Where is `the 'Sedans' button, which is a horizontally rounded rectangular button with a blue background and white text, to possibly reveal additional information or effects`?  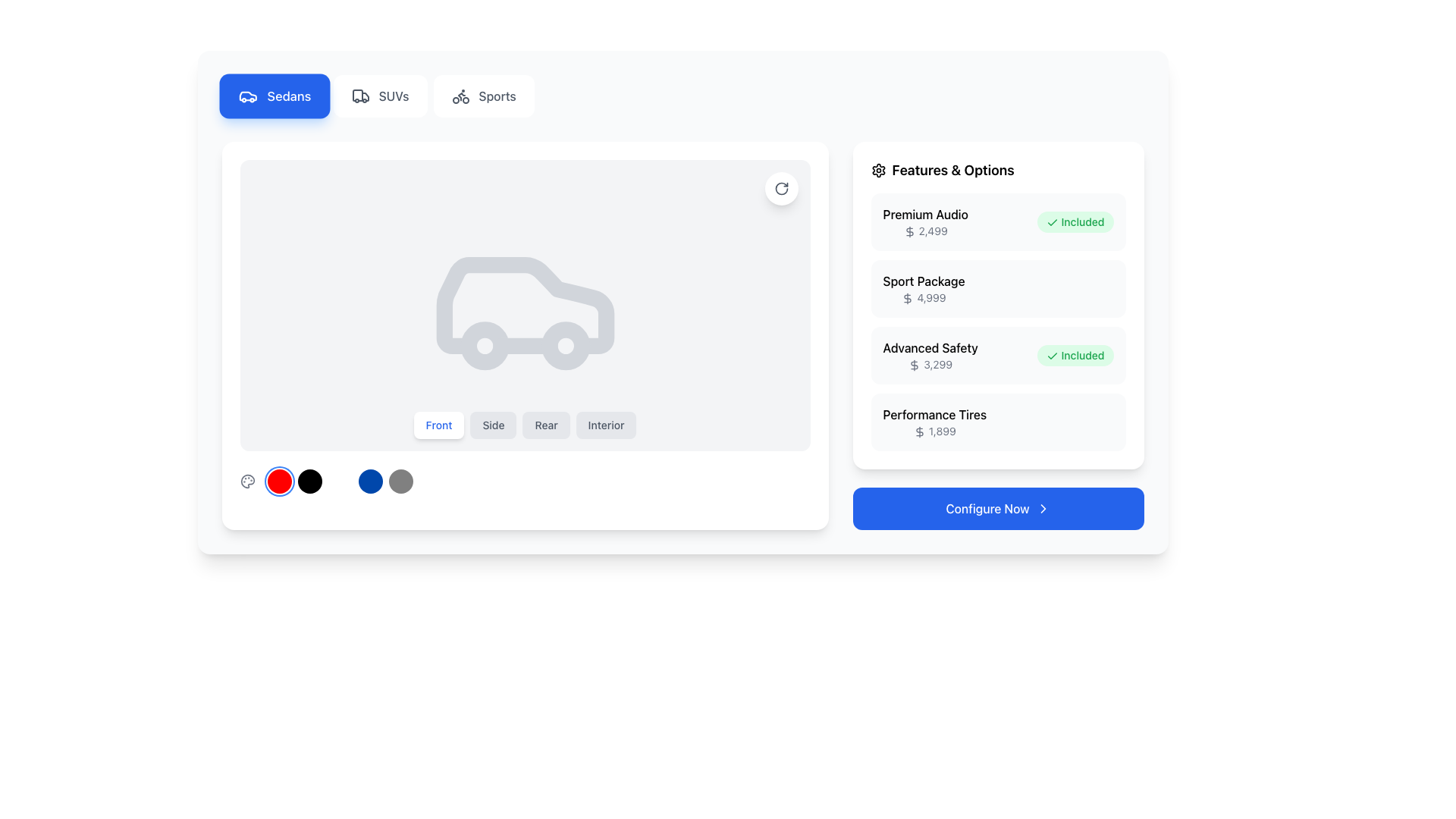 the 'Sedans' button, which is a horizontally rounded rectangular button with a blue background and white text, to possibly reveal additional information or effects is located at coordinates (275, 96).